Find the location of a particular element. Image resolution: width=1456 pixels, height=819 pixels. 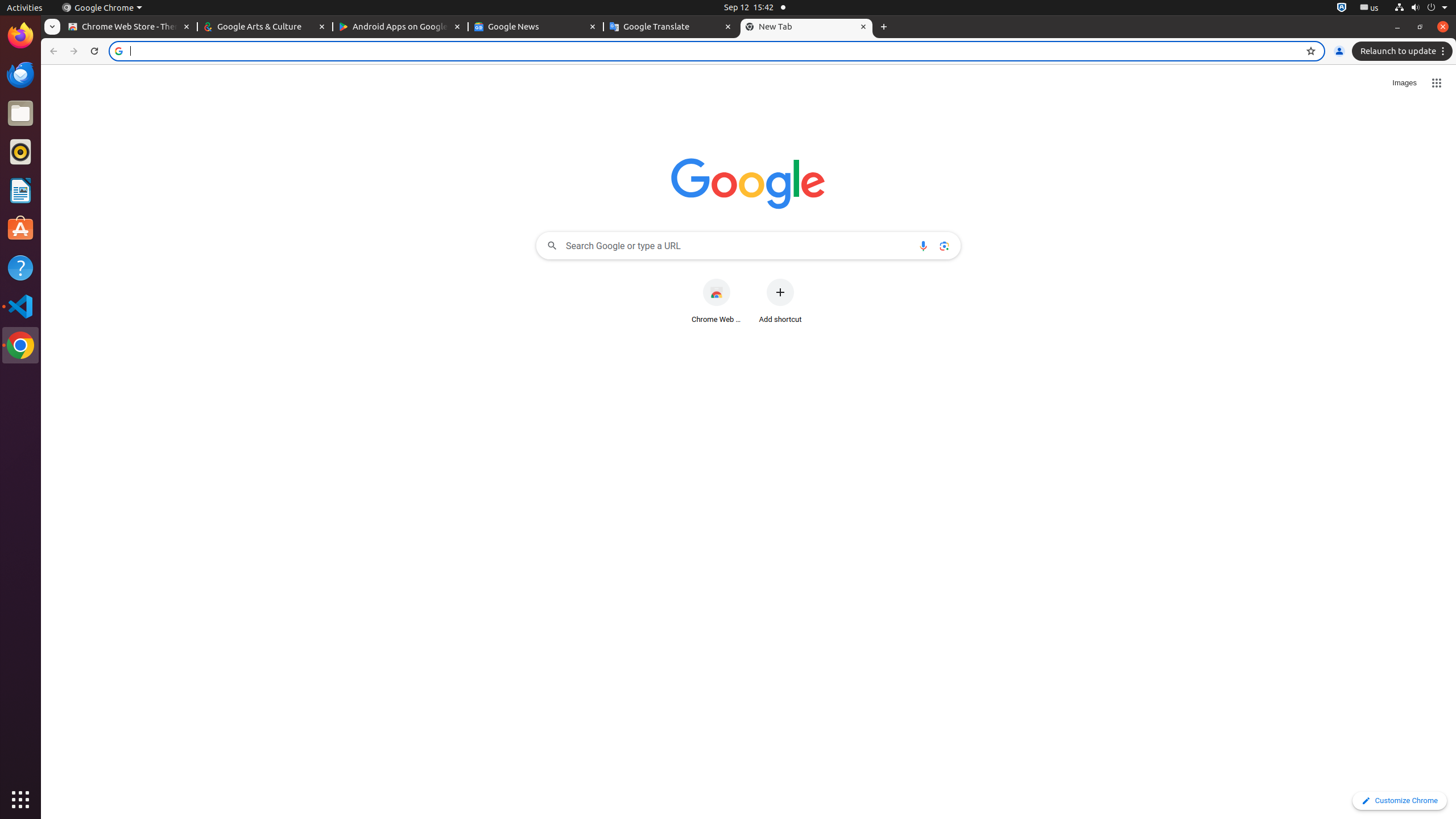

'Add shortcut' is located at coordinates (779, 301).